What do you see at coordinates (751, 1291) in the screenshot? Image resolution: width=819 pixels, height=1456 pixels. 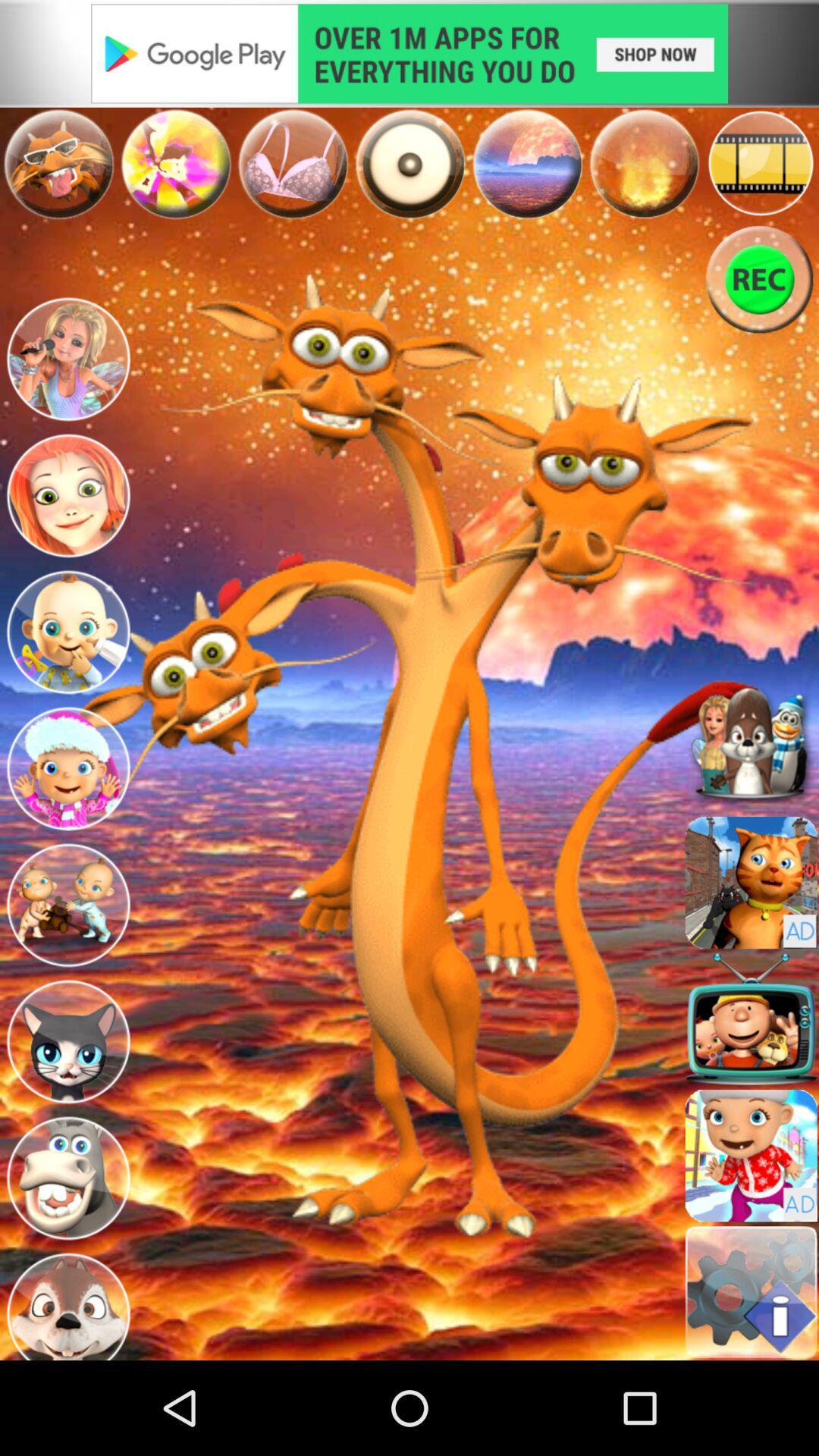 I see `information button` at bounding box center [751, 1291].